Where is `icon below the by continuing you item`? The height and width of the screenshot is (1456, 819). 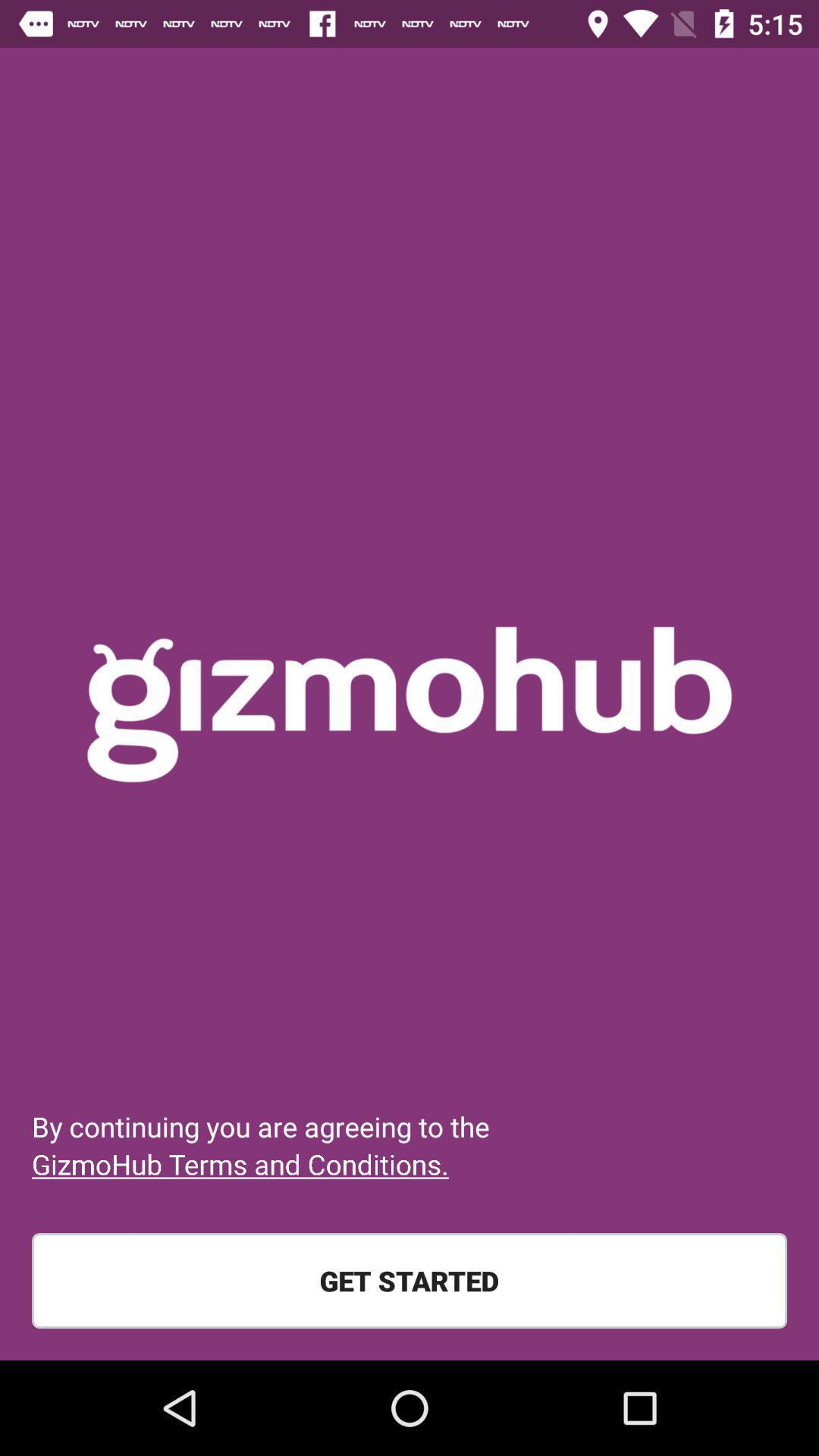 icon below the by continuing you item is located at coordinates (239, 1163).